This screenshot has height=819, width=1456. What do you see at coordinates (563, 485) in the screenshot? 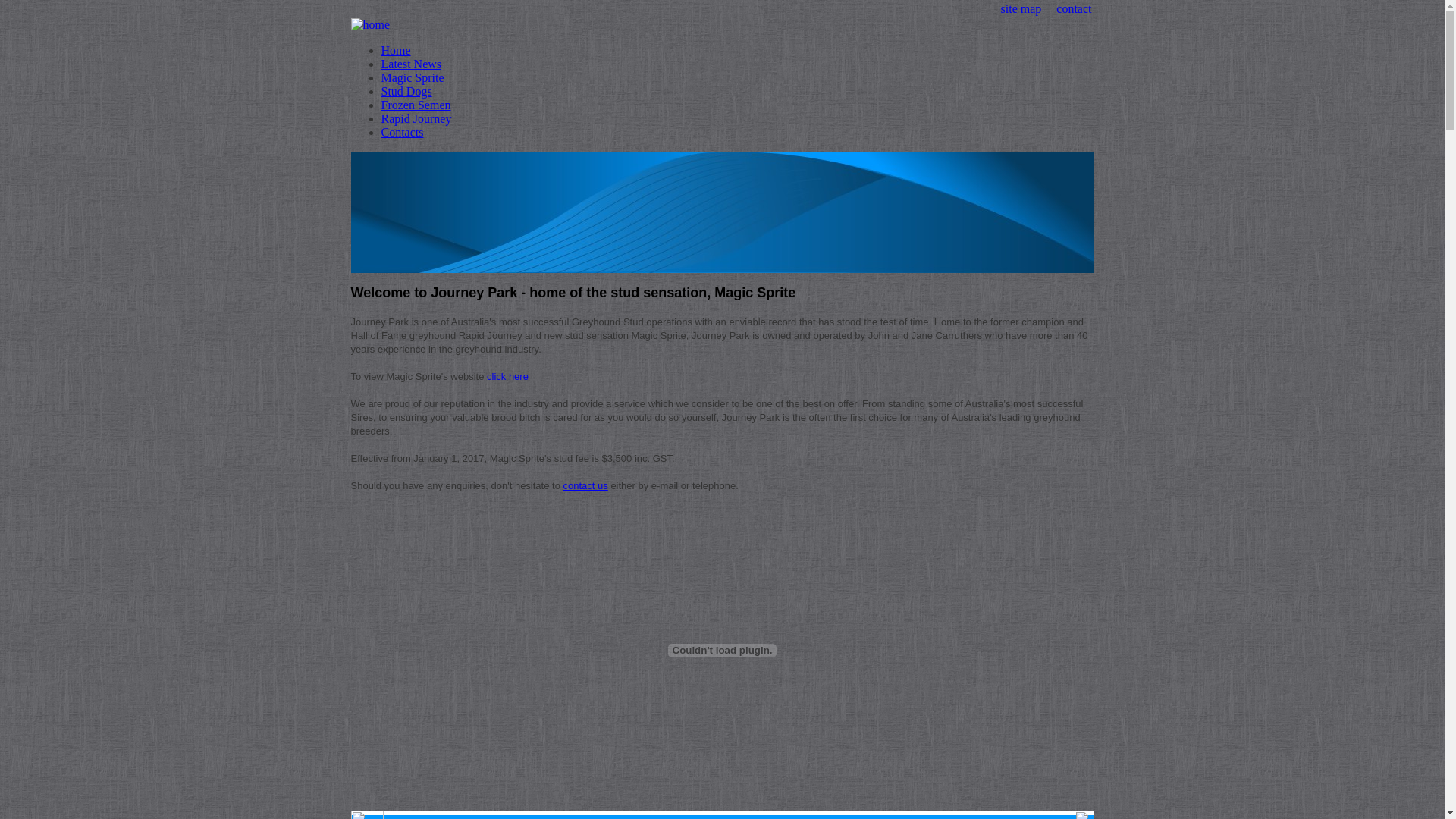
I see `'contact us'` at bounding box center [563, 485].